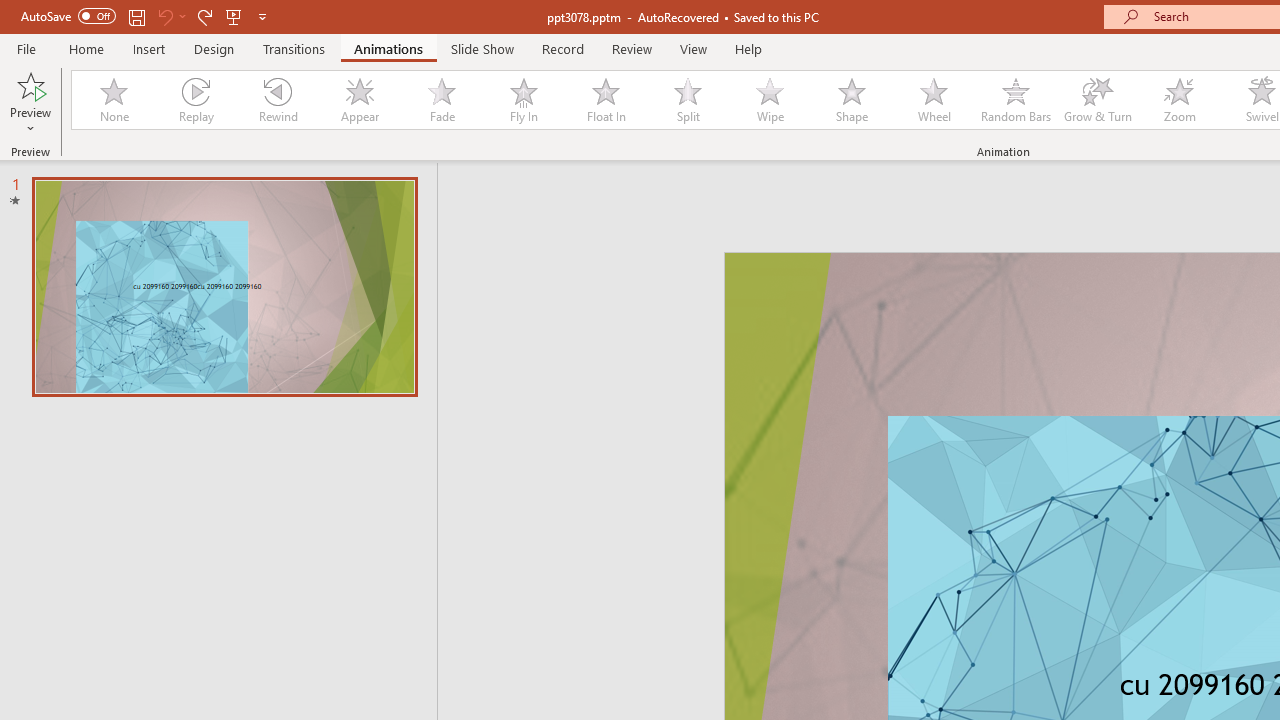 The image size is (1280, 720). Describe the element at coordinates (30, 84) in the screenshot. I see `'Preview'` at that location.